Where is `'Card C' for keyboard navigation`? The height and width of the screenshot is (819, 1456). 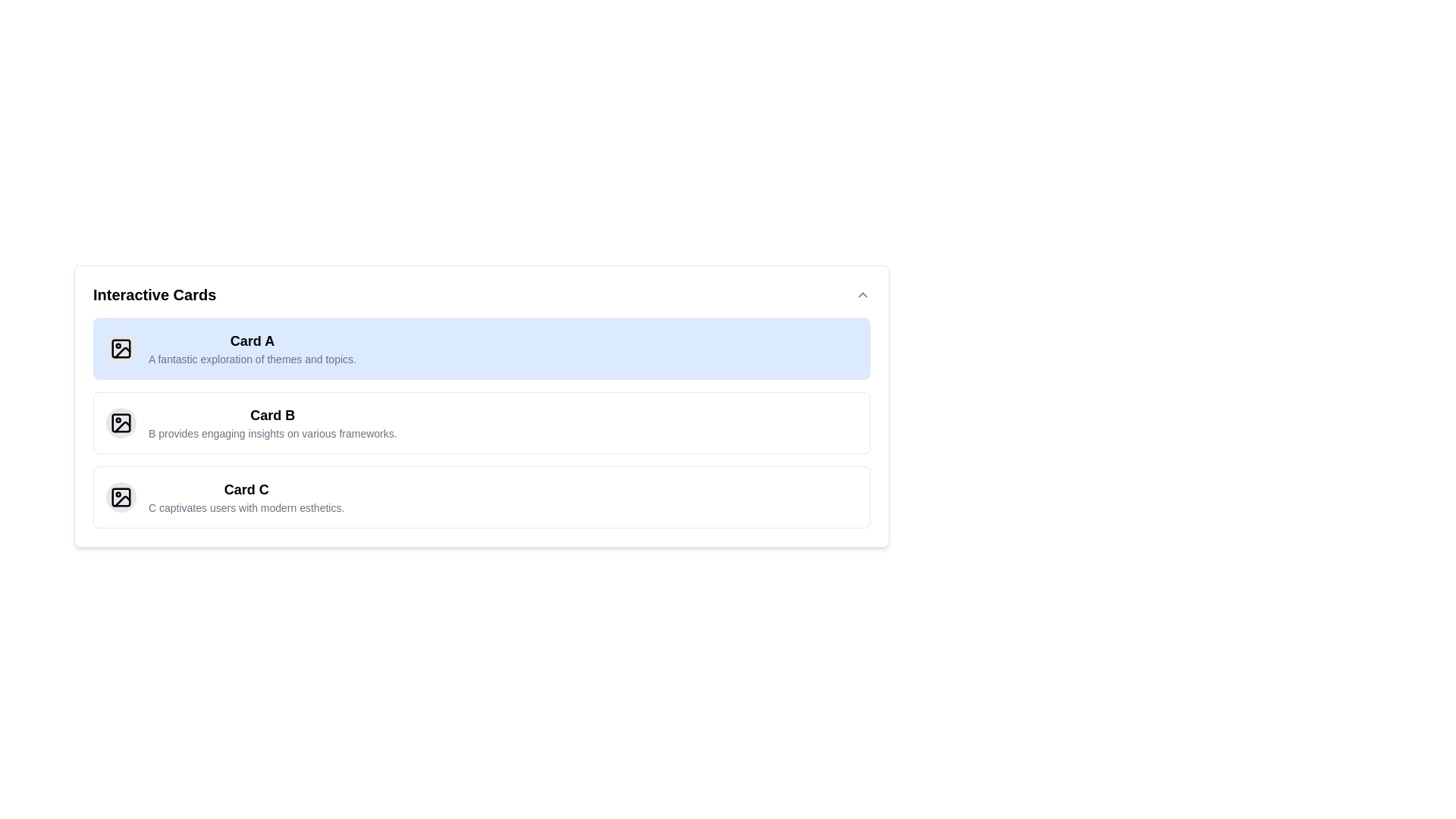 'Card C' for keyboard navigation is located at coordinates (481, 497).